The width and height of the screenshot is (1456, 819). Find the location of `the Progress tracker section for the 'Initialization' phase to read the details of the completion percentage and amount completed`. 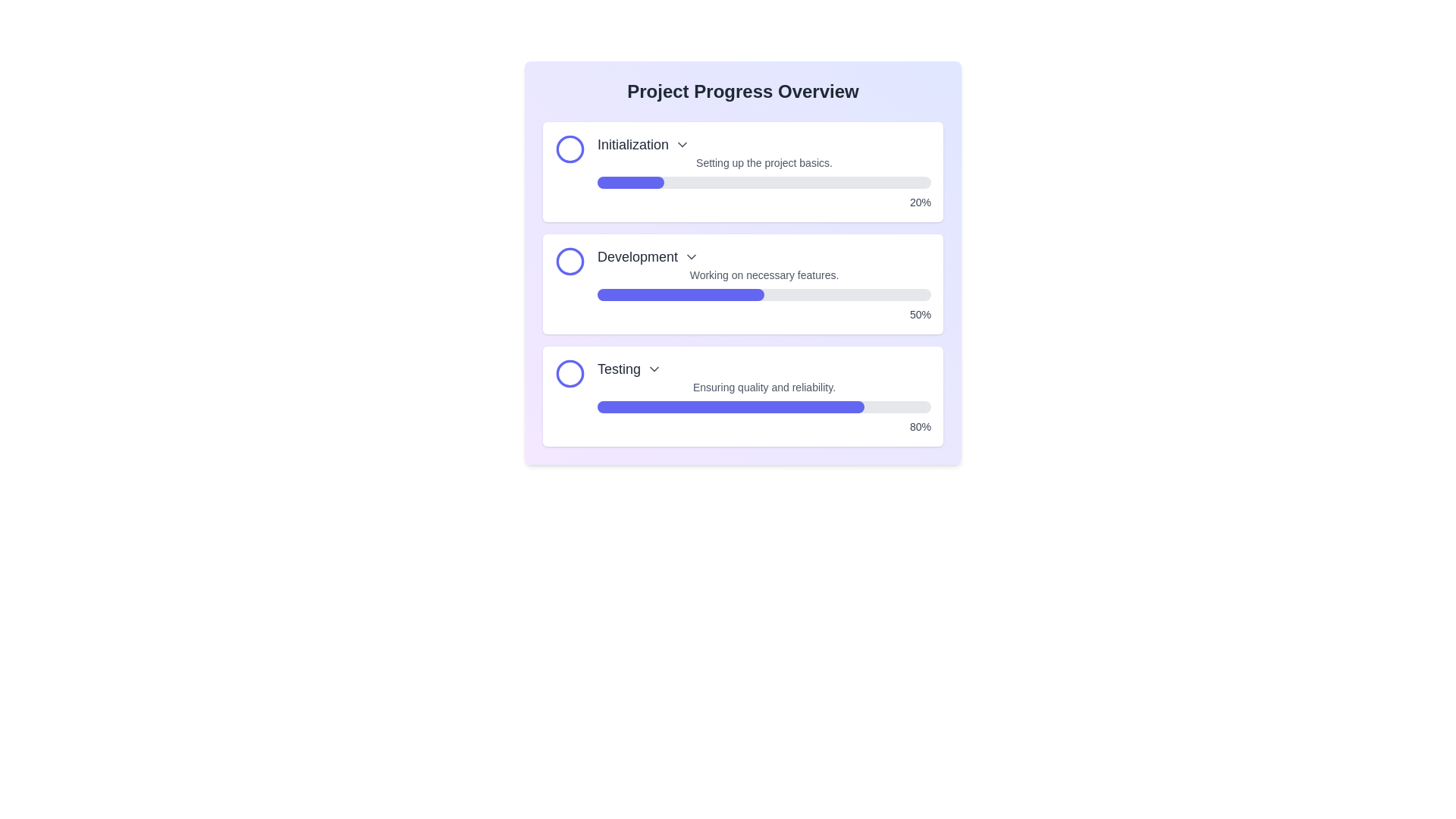

the Progress tracker section for the 'Initialization' phase to read the details of the completion percentage and amount completed is located at coordinates (764, 171).